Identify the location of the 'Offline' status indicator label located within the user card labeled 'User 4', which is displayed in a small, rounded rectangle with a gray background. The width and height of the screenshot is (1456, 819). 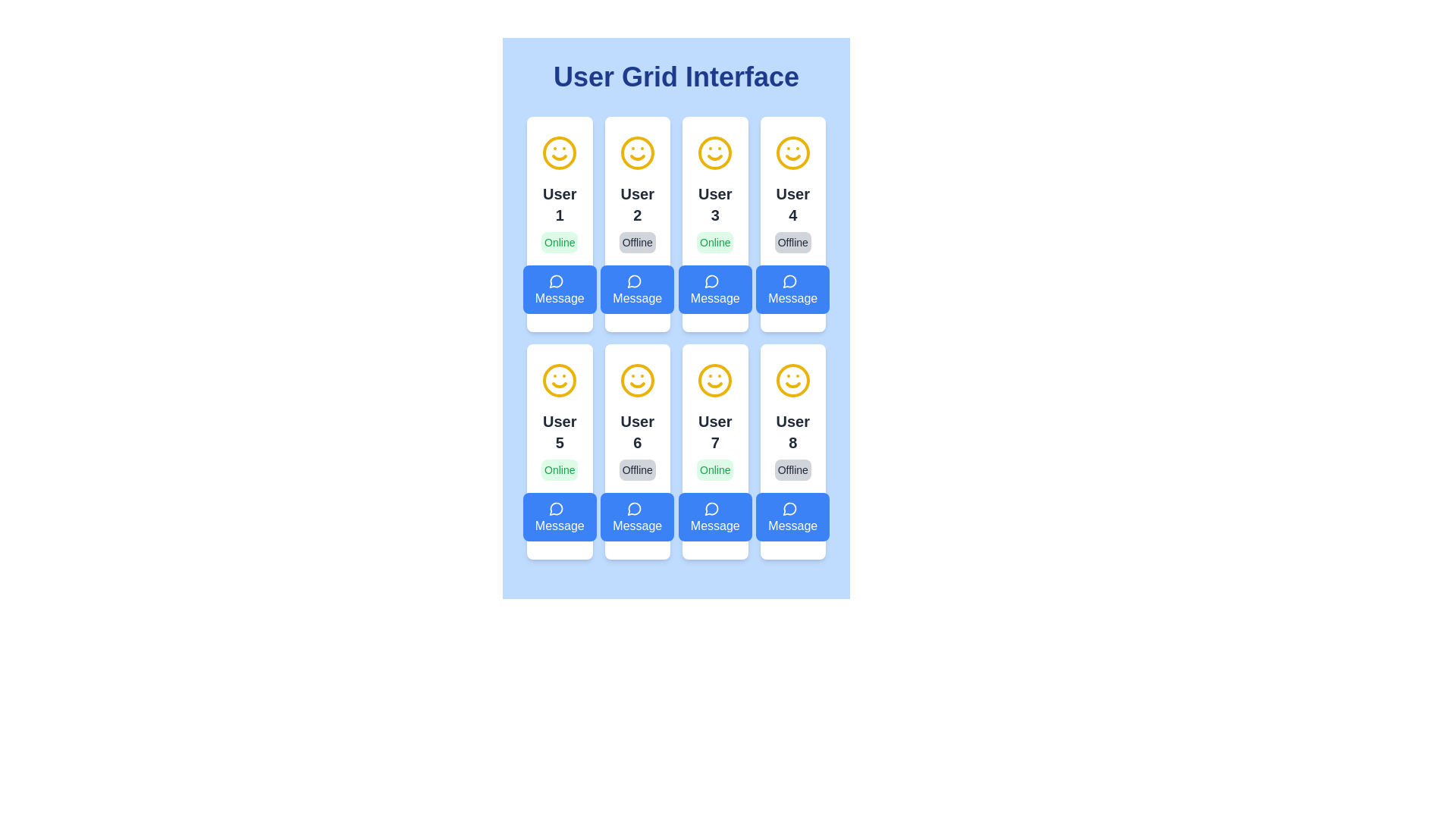
(792, 242).